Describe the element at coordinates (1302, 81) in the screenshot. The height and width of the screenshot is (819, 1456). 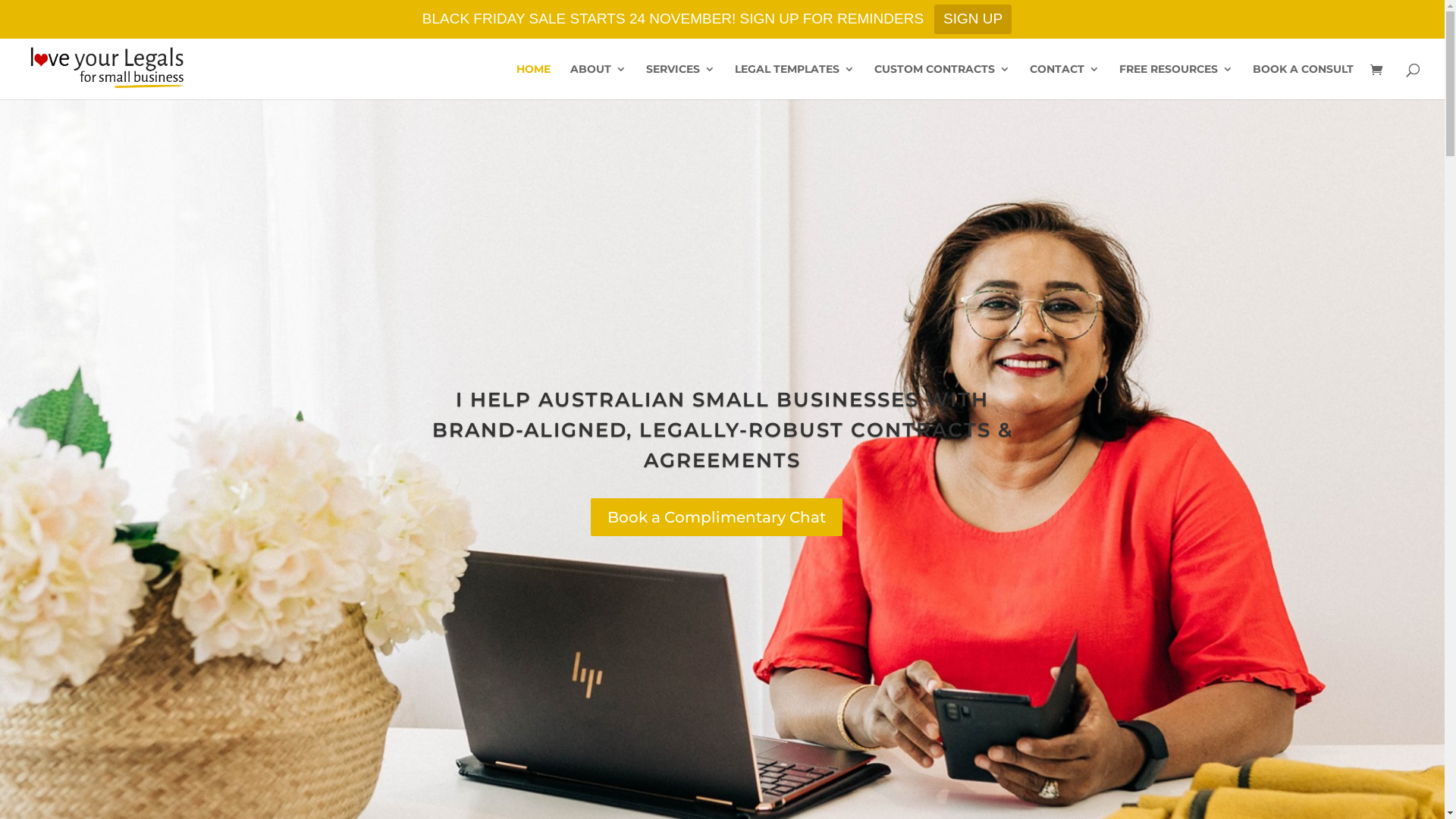
I see `'BOOK A CONSULT'` at that location.